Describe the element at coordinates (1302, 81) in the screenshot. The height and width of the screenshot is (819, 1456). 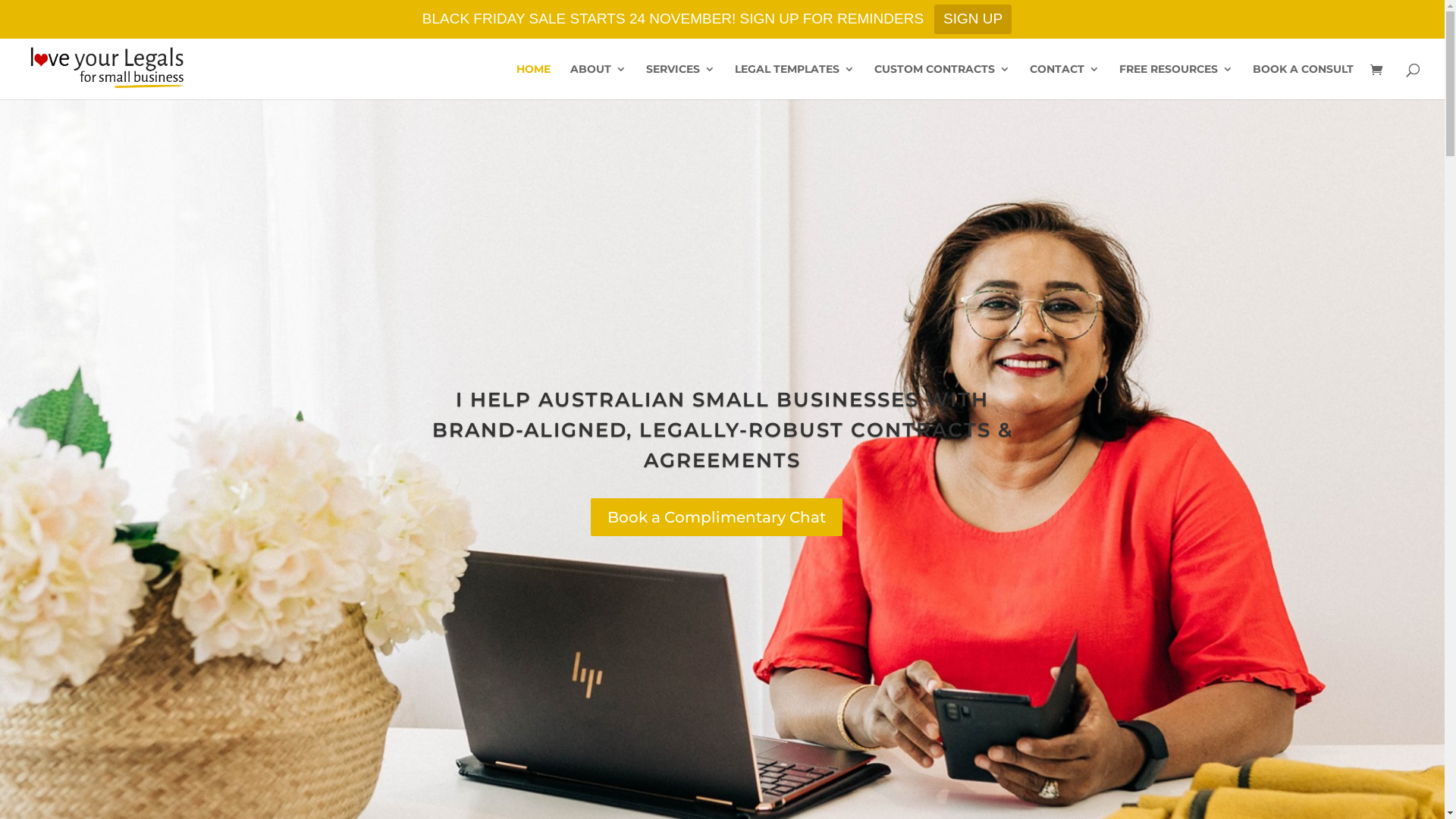
I see `'BOOK A CONSULT'` at that location.